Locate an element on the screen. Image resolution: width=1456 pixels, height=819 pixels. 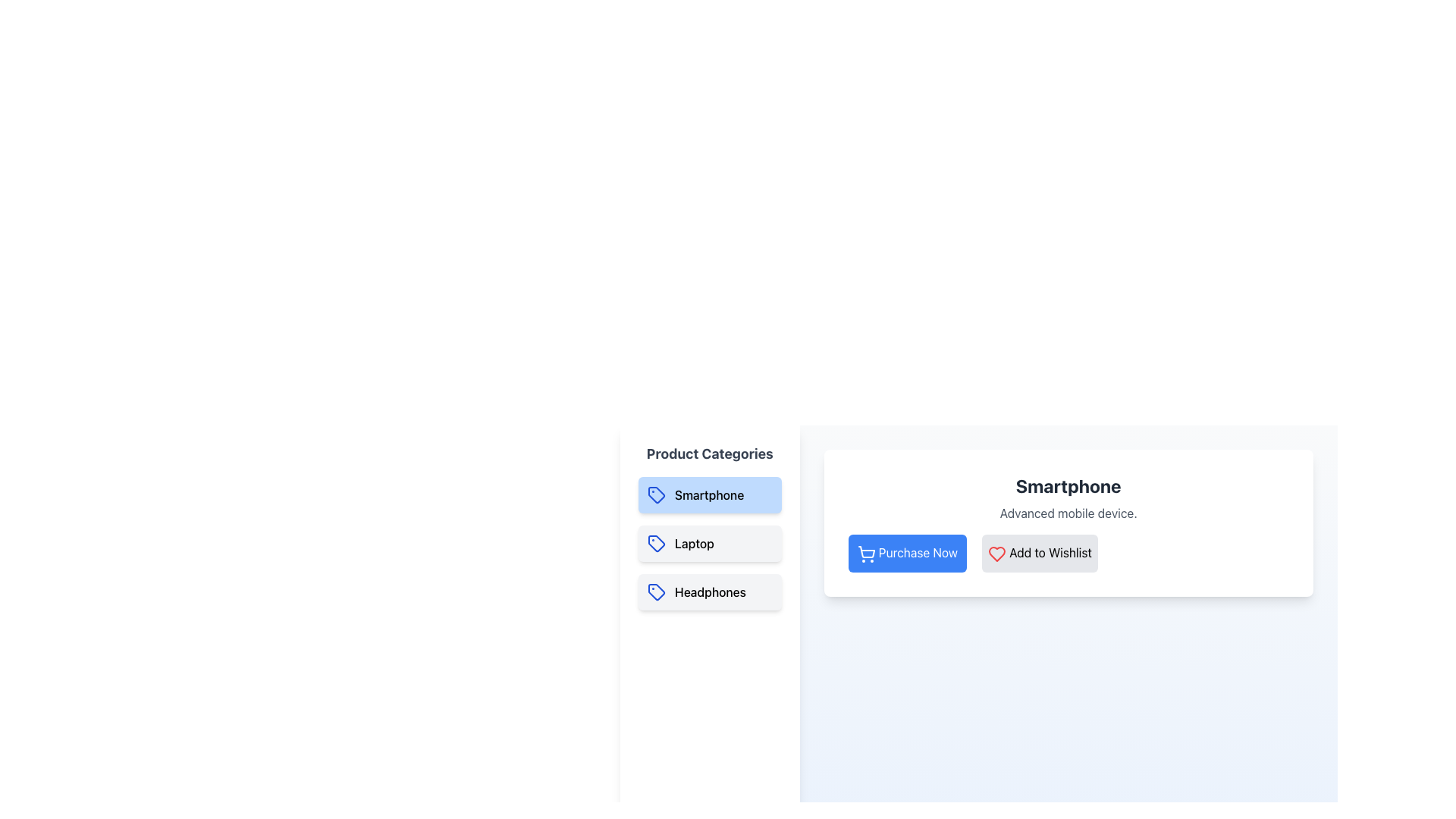
the heart-shaped icon on the 'Add to Wishlist' button is located at coordinates (997, 554).